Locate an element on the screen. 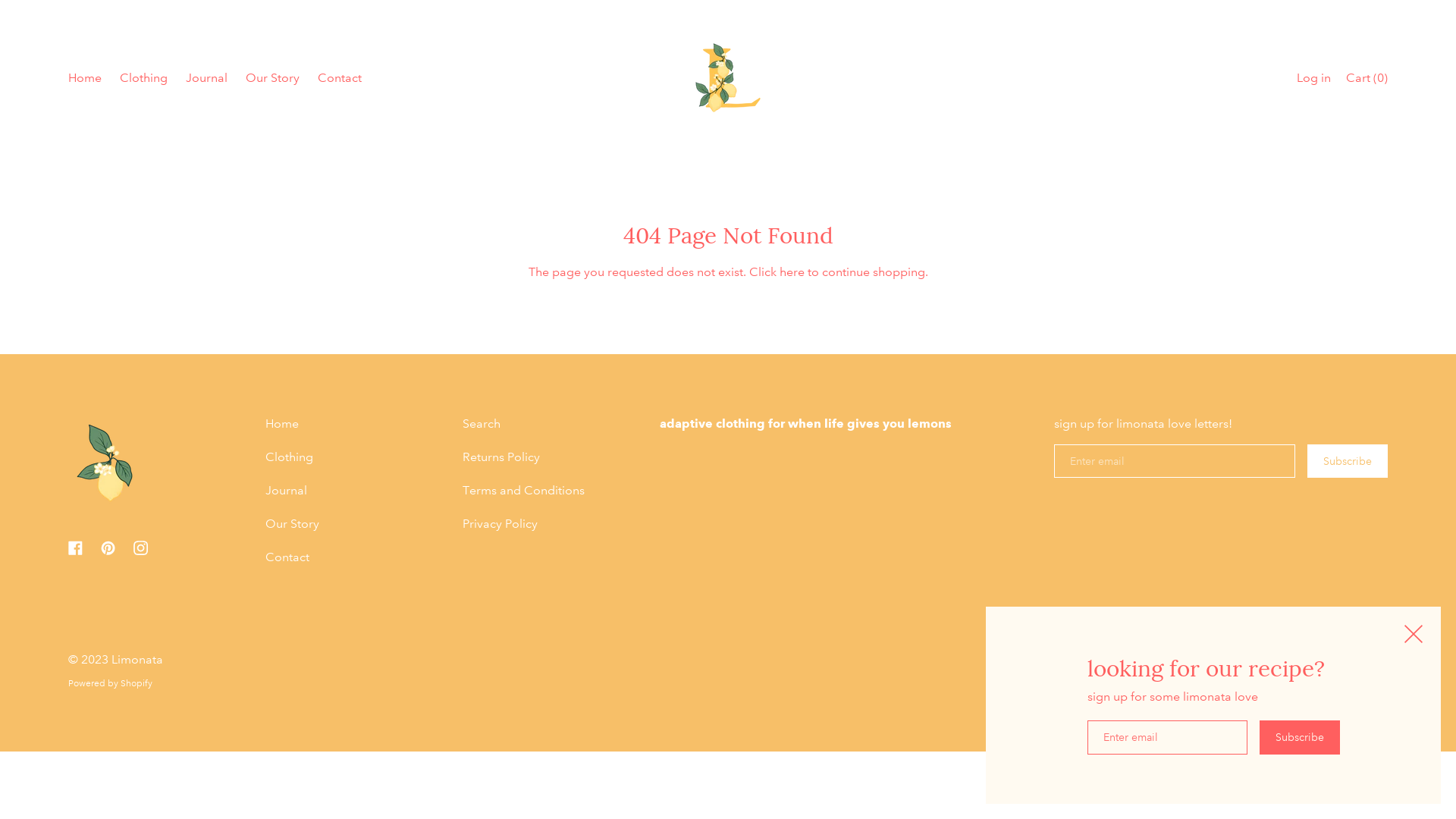  'Search' is located at coordinates (480, 424).